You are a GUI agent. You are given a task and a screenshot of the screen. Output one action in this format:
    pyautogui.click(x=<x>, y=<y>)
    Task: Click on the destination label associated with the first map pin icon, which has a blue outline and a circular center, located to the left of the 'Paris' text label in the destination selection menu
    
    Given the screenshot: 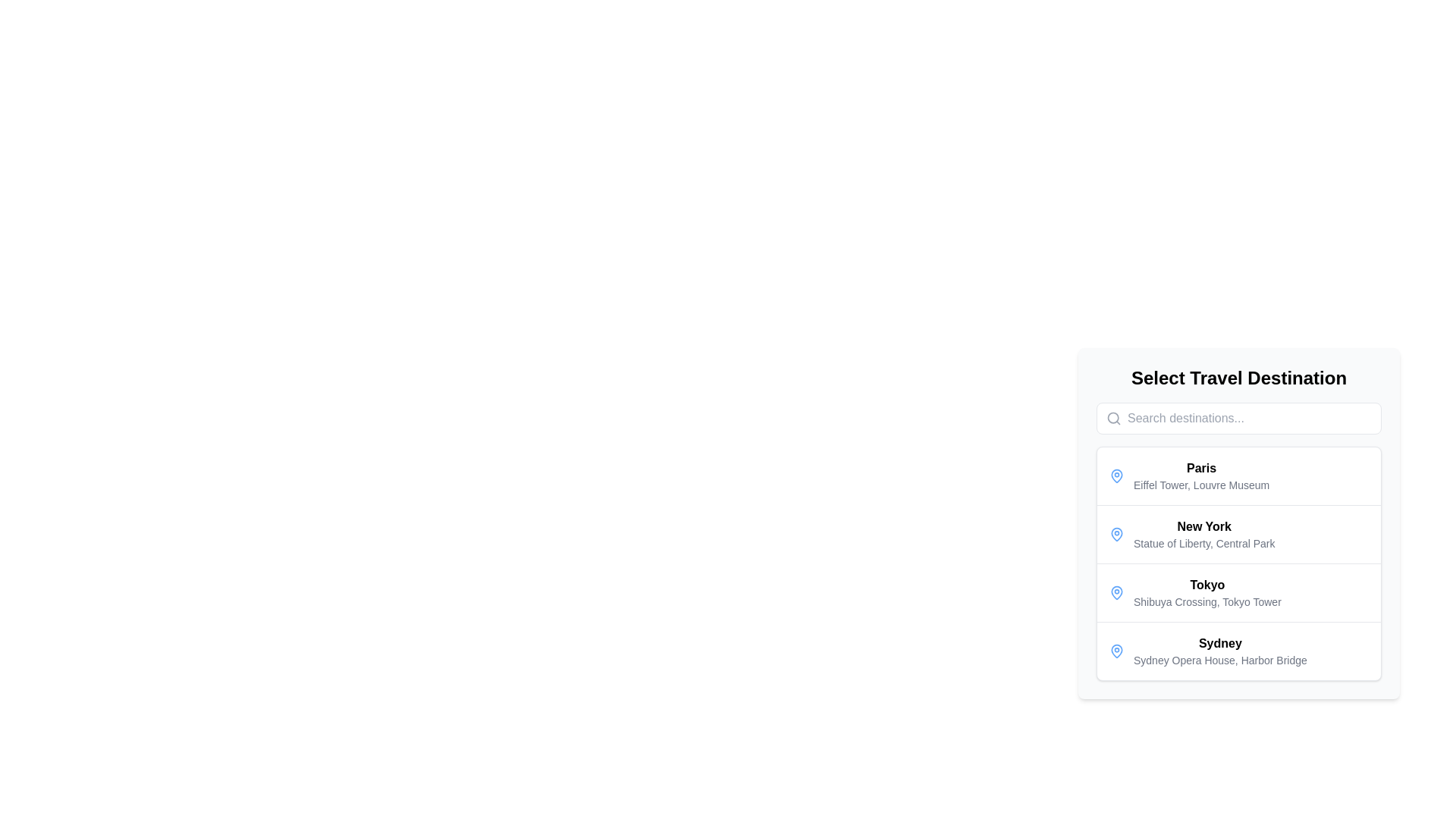 What is the action you would take?
    pyautogui.click(x=1117, y=533)
    